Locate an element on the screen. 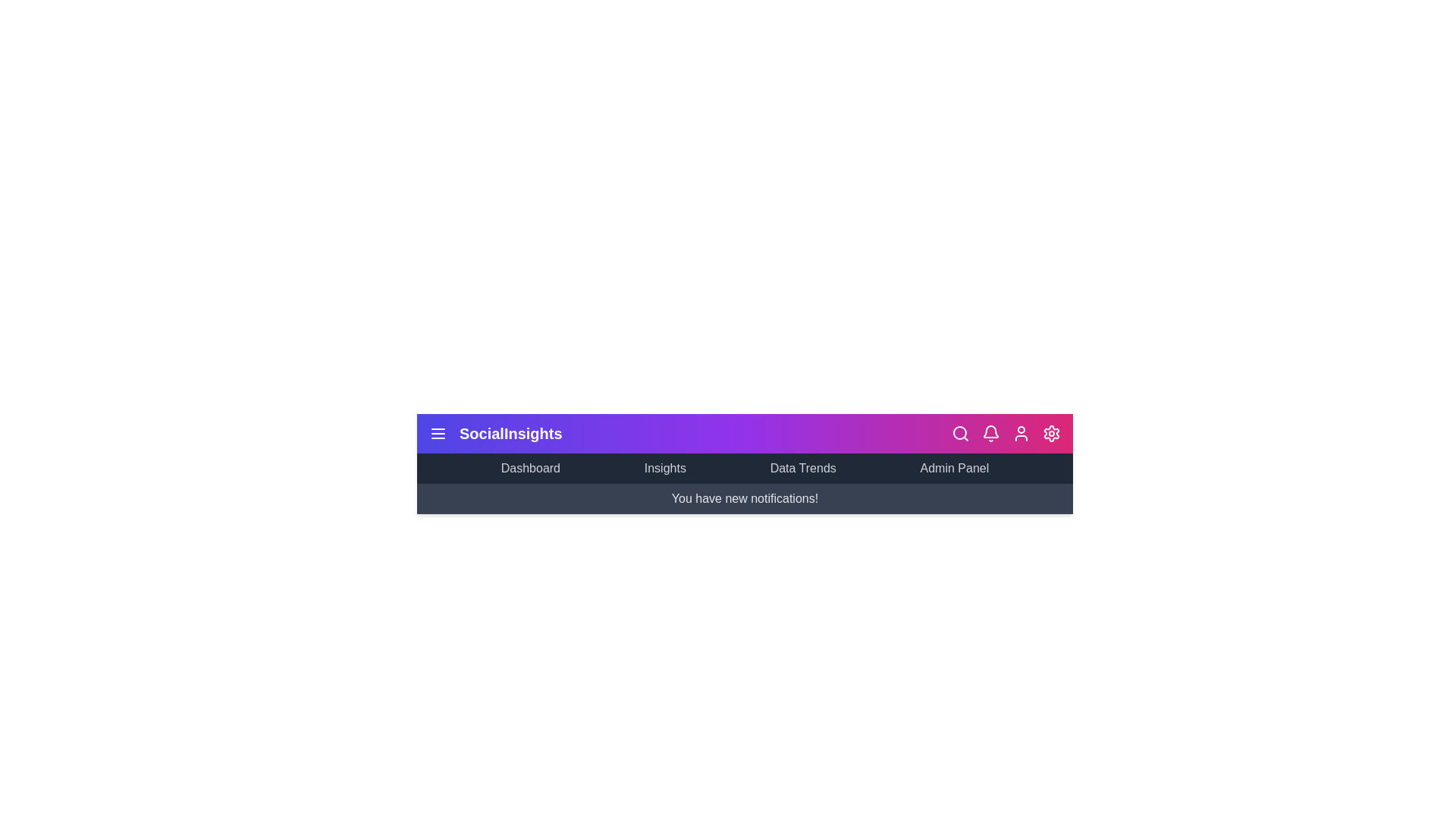  the menu item Data Trends to see the hover effect is located at coordinates (802, 467).